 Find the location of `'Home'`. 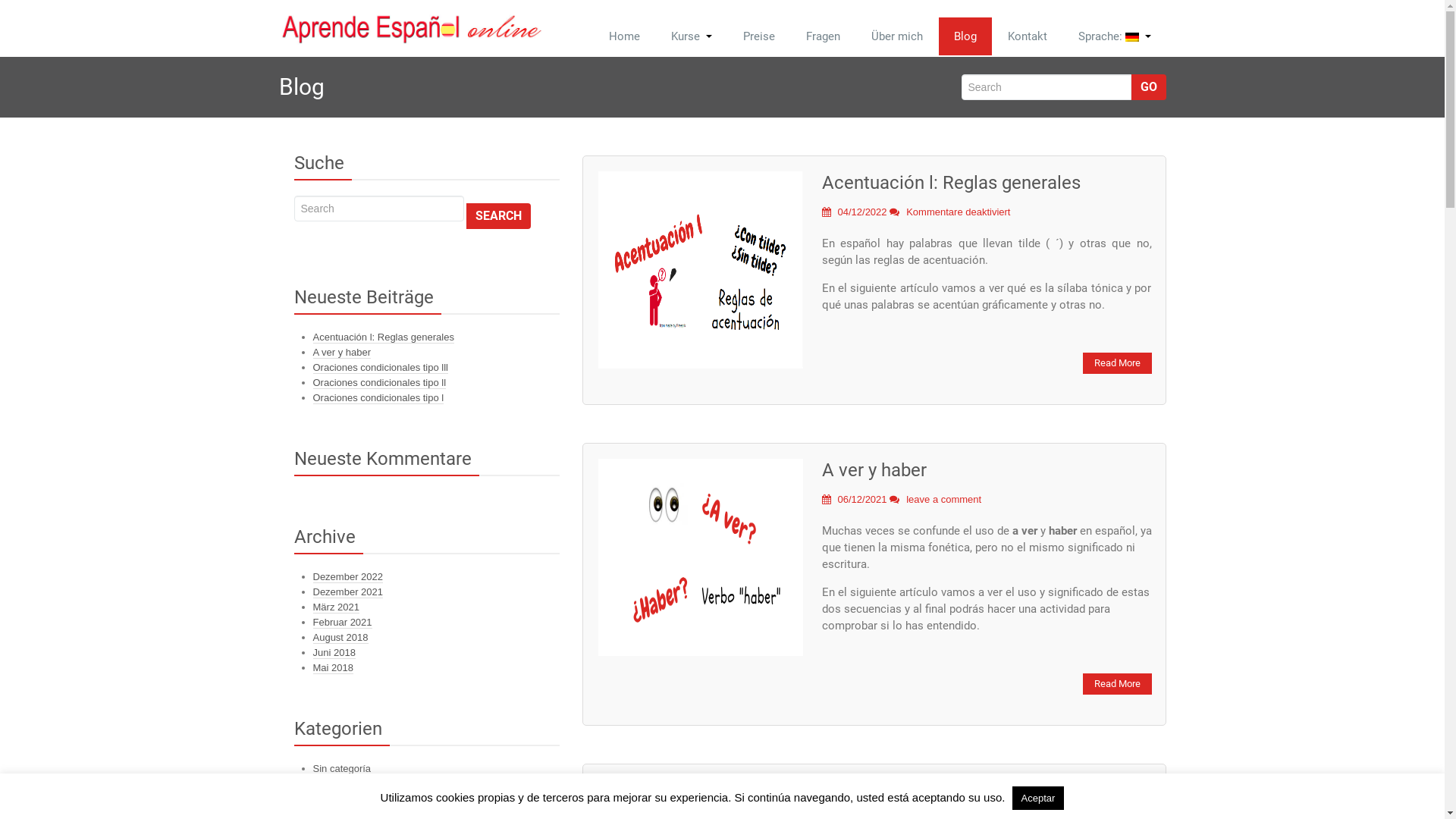

'Home' is located at coordinates (623, 35).